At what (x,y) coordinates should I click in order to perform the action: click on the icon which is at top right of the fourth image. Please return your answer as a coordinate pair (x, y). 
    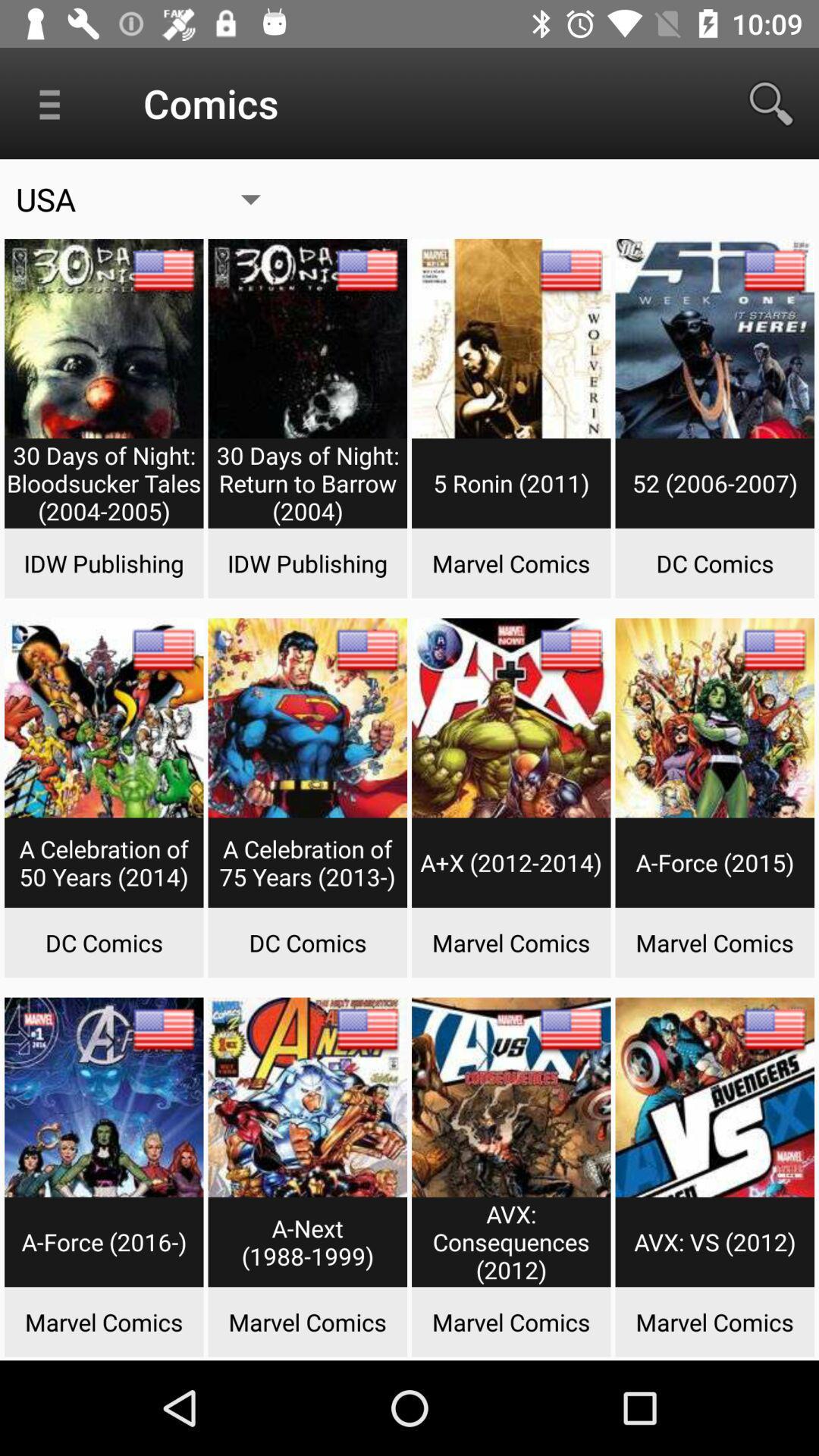
    Looking at the image, I should click on (775, 270).